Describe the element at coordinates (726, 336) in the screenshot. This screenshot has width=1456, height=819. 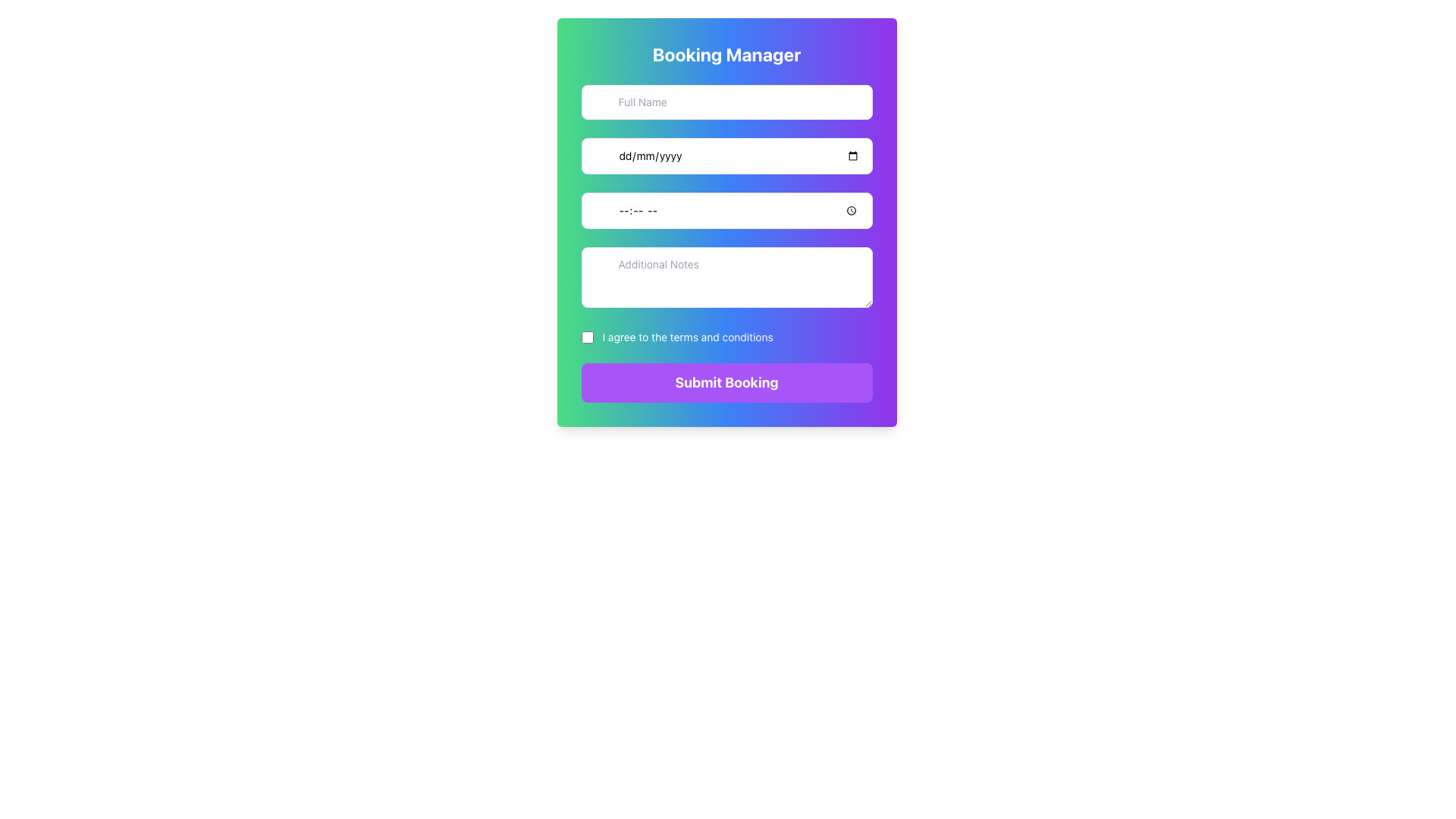
I see `the checkbox labeled 'I agree` at that location.